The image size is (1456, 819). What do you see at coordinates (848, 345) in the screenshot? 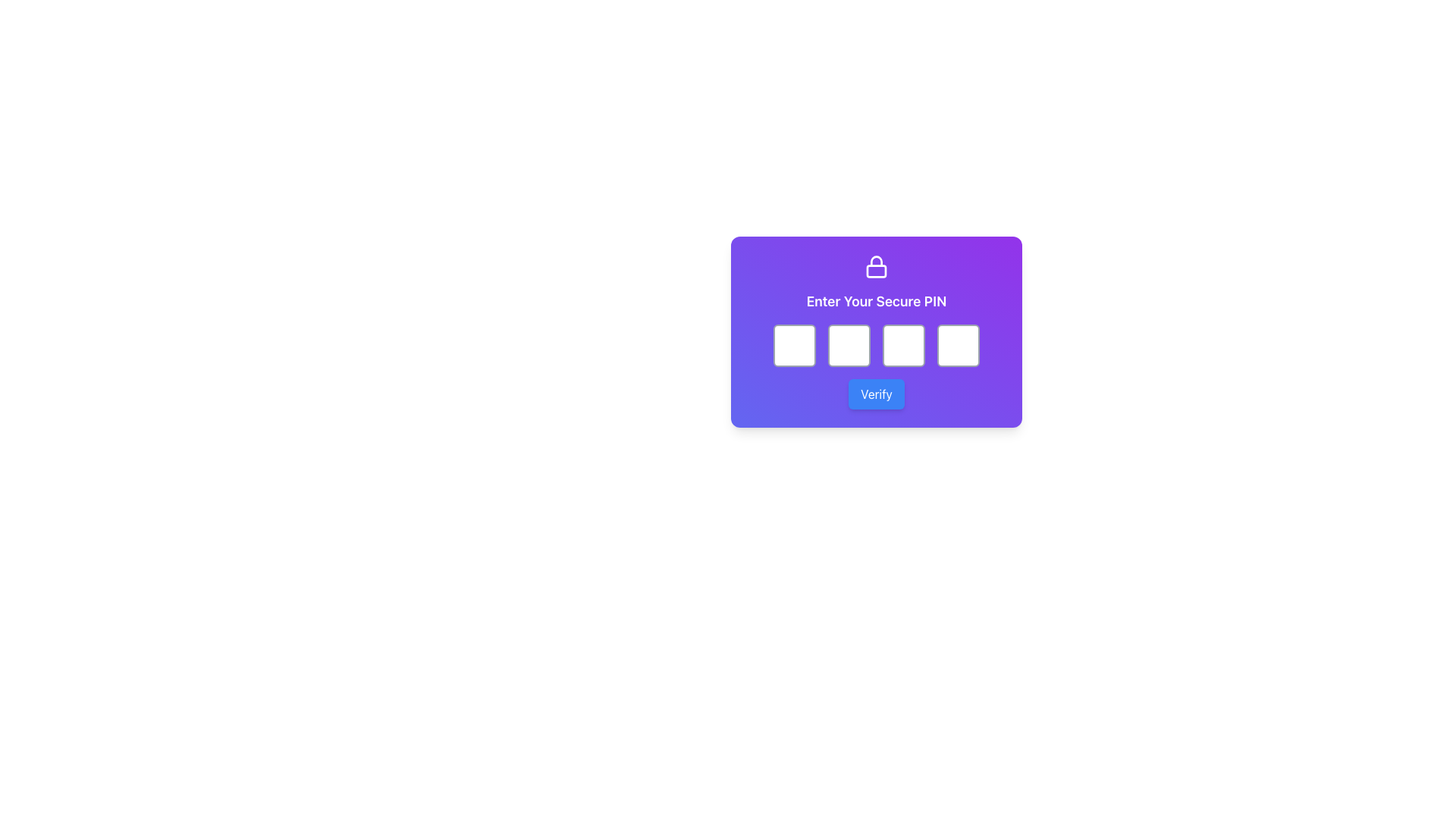
I see `the second password input field in the horizontal row of four fields to set focus for user input` at bounding box center [848, 345].